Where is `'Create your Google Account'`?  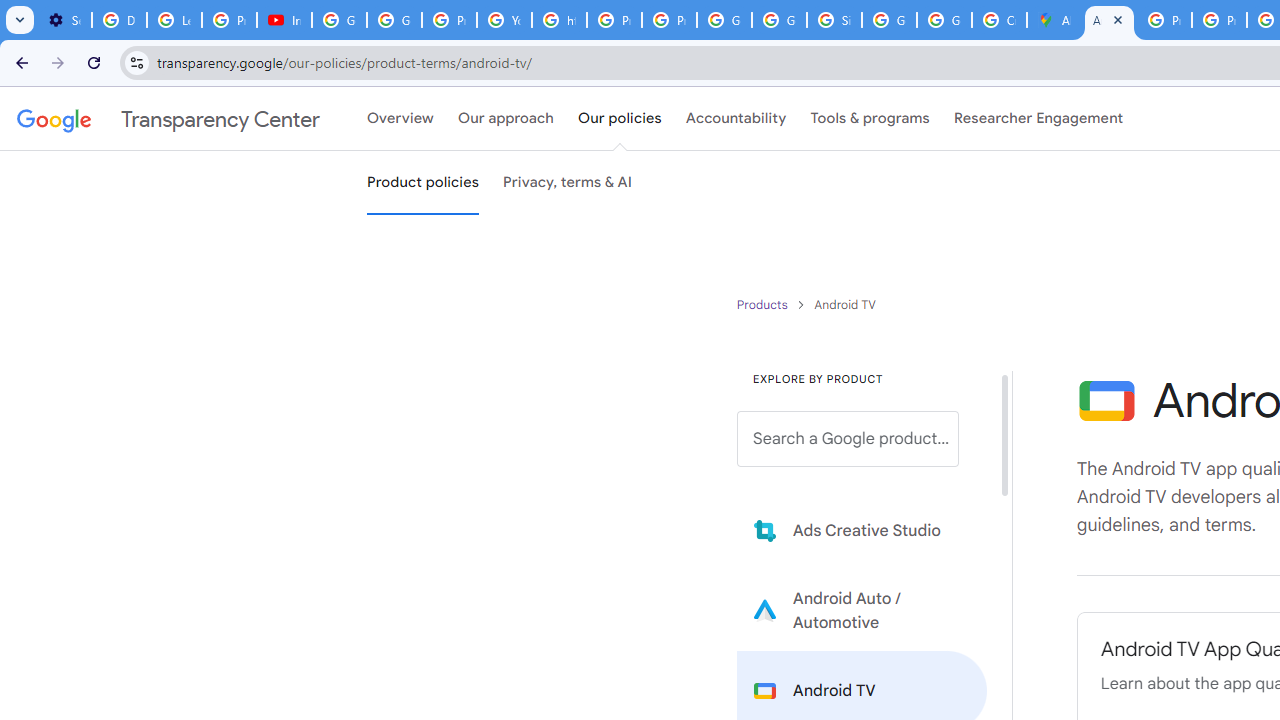 'Create your Google Account' is located at coordinates (999, 20).